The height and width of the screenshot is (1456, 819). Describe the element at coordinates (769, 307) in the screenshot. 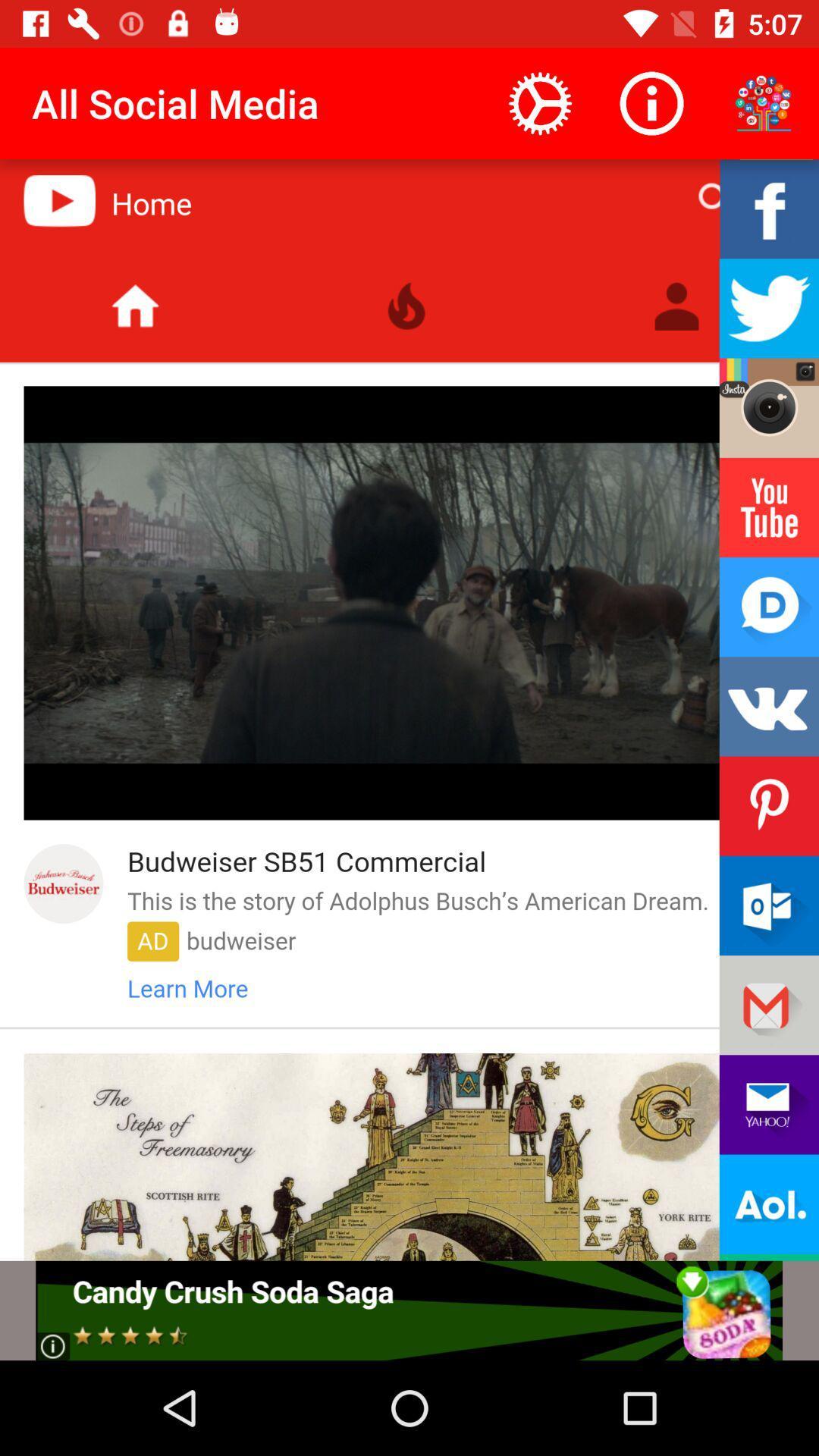

I see `the twitter icon` at that location.